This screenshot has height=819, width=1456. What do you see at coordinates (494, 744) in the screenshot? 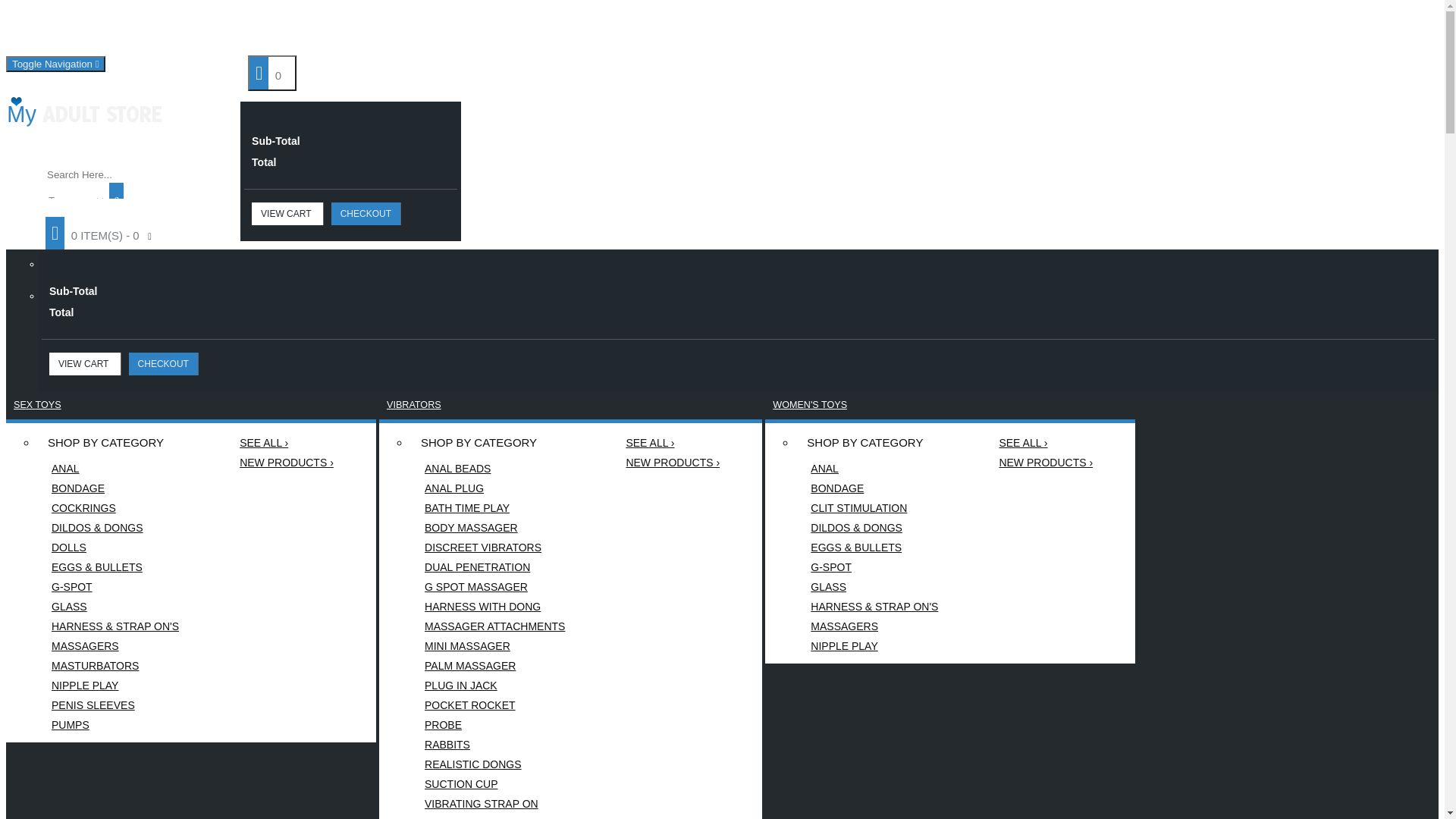
I see `'RABBITS'` at bounding box center [494, 744].